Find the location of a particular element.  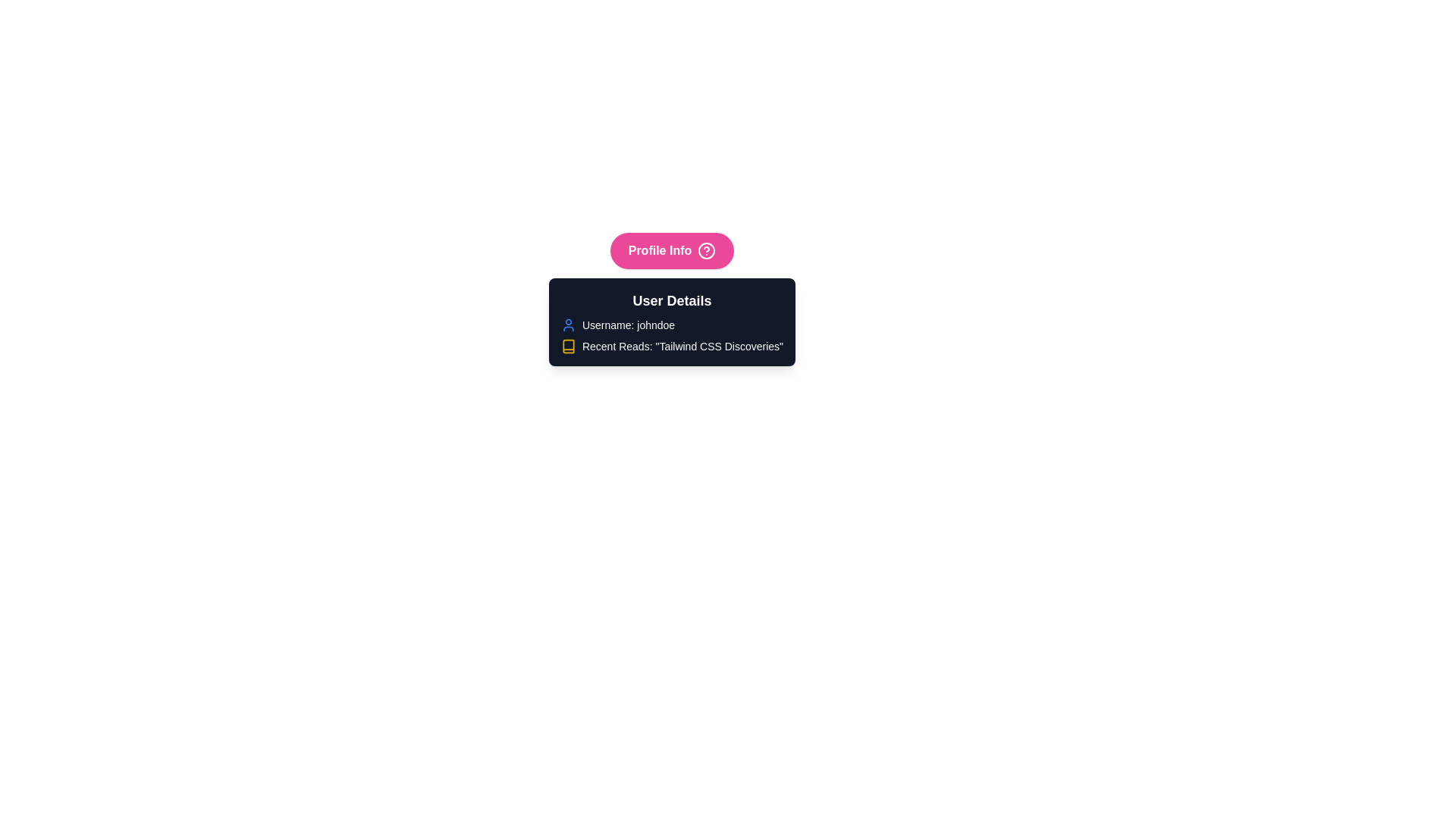

the username text label displayed in the 'User Details' panel, located next to the blue user icon, above the 'Recent Reads' line is located at coordinates (629, 324).